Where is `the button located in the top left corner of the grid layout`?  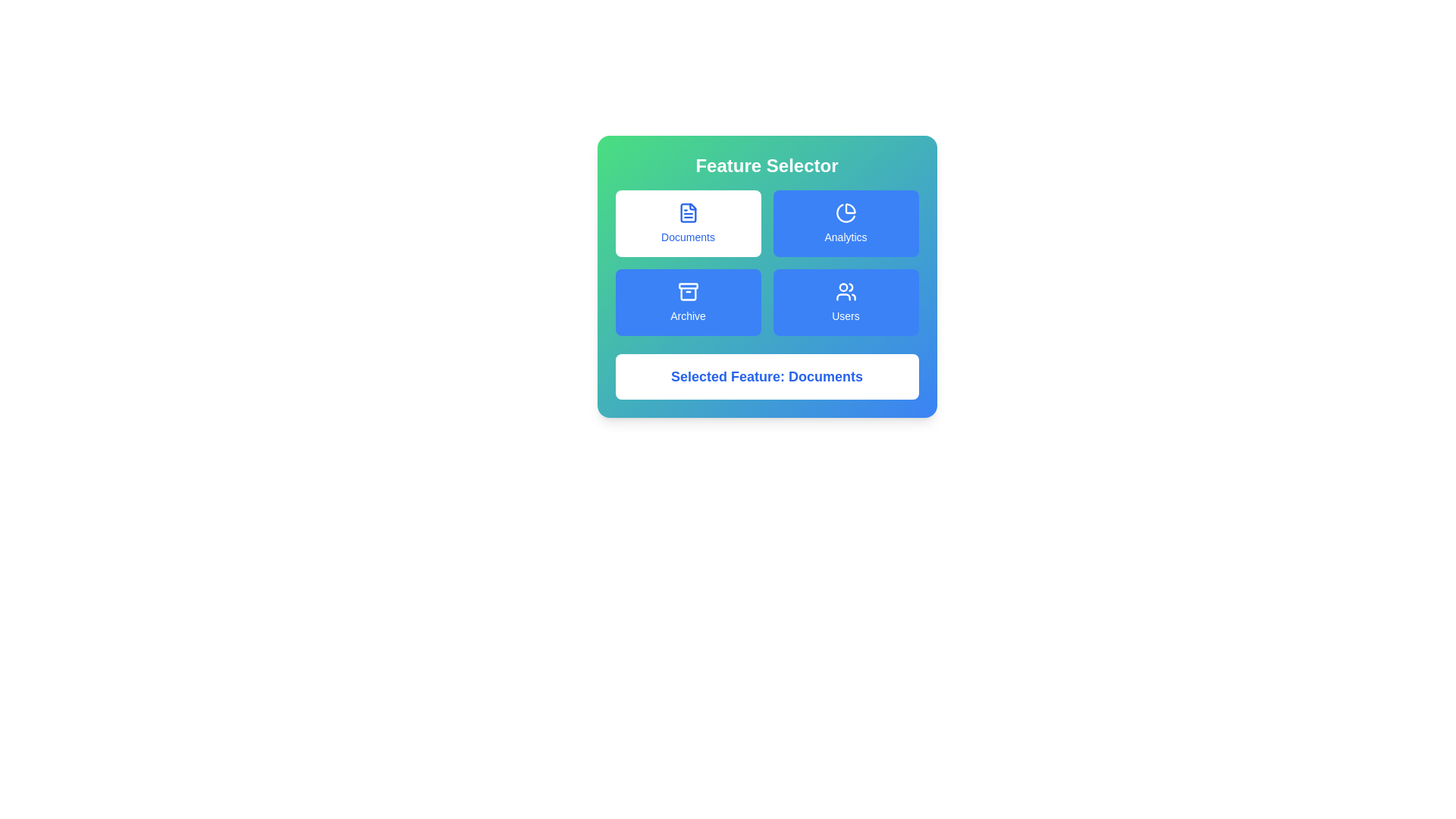
the button located in the top left corner of the grid layout is located at coordinates (687, 223).